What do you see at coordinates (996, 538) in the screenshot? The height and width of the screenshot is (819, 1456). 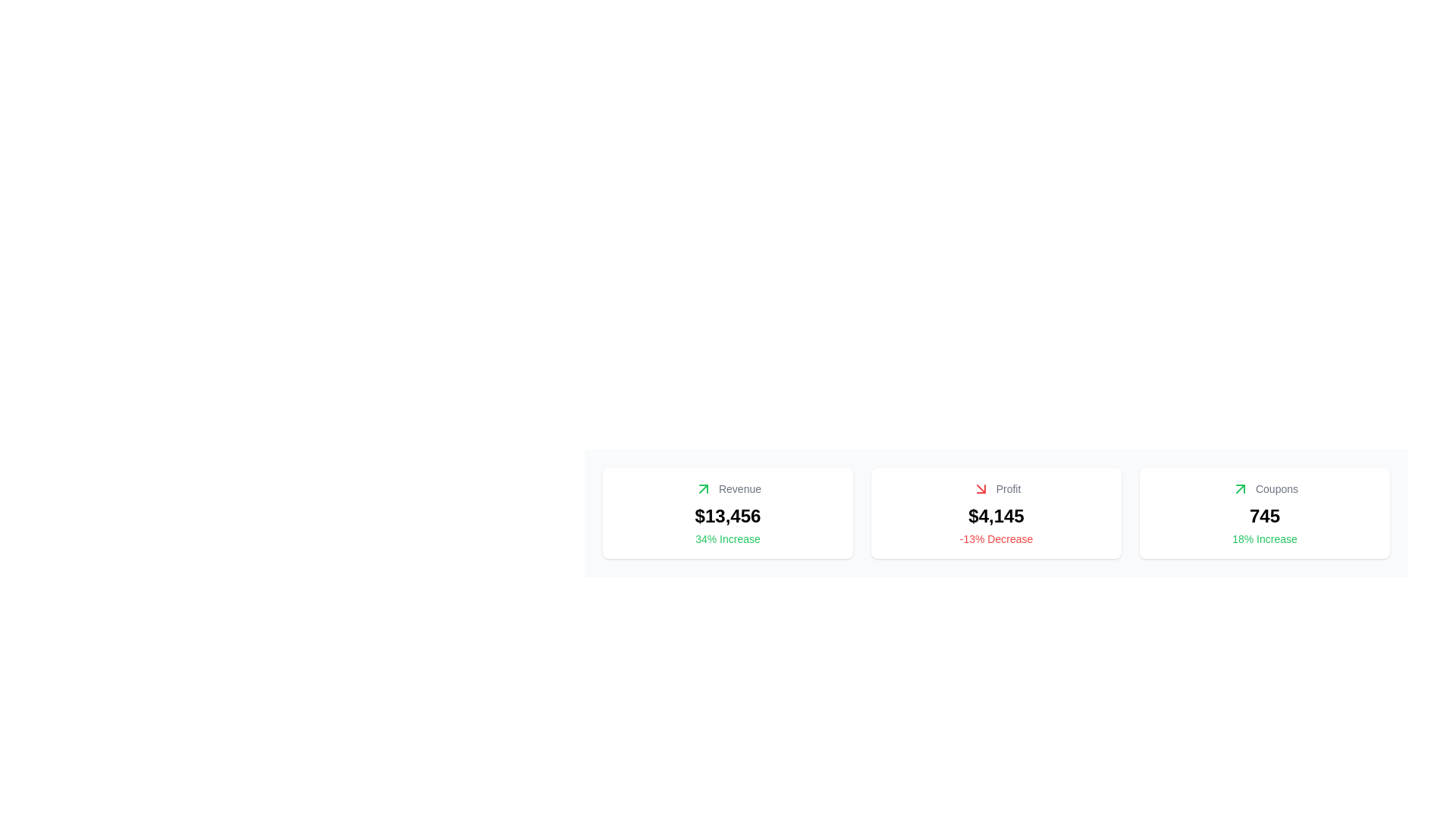 I see `the text label indicating a 13% decrease, which is located below the '$4,145' text in the bottom section of the middle card labeled 'Profit'` at bounding box center [996, 538].